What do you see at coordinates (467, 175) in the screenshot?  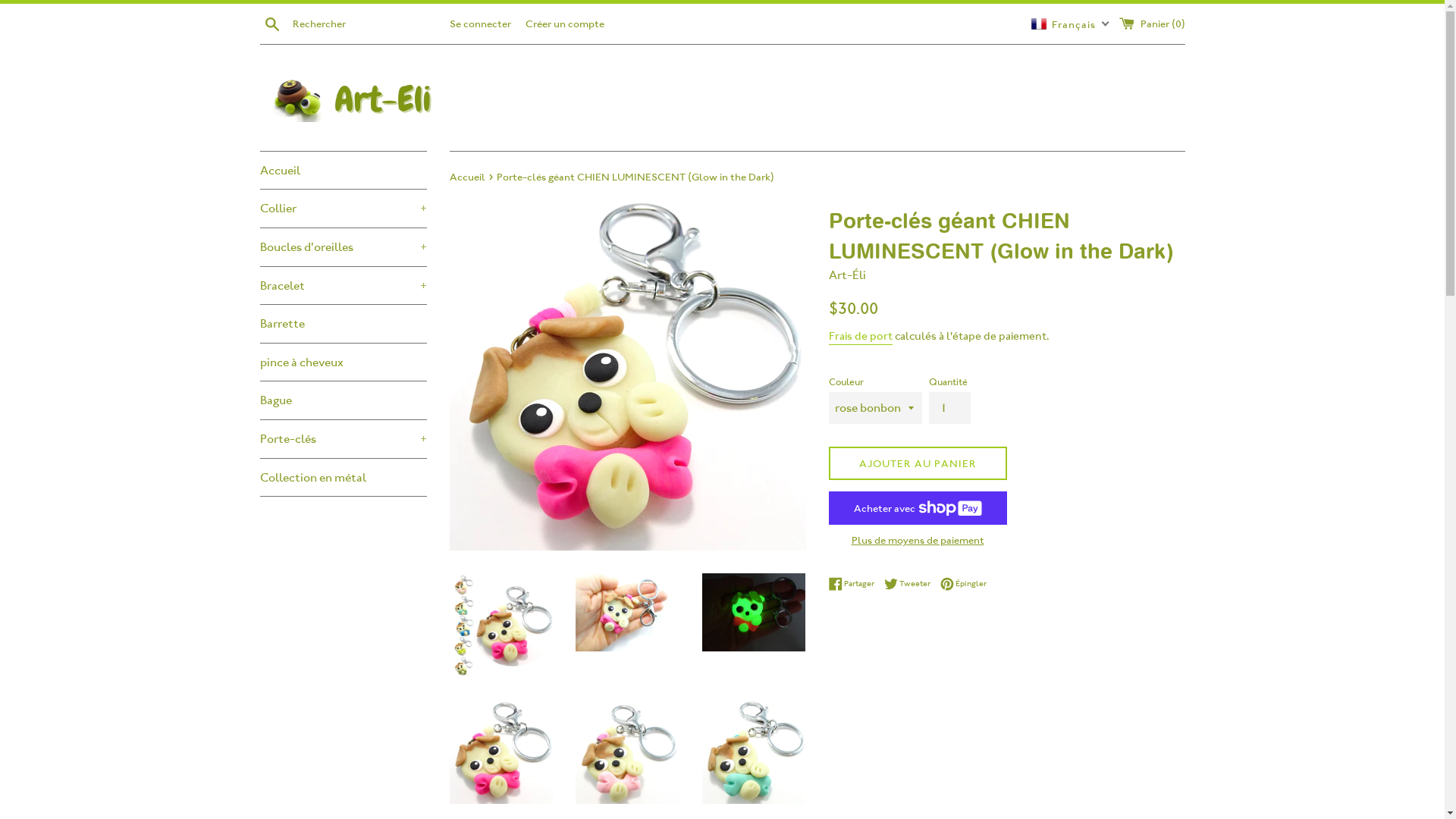 I see `'Accueil'` at bounding box center [467, 175].